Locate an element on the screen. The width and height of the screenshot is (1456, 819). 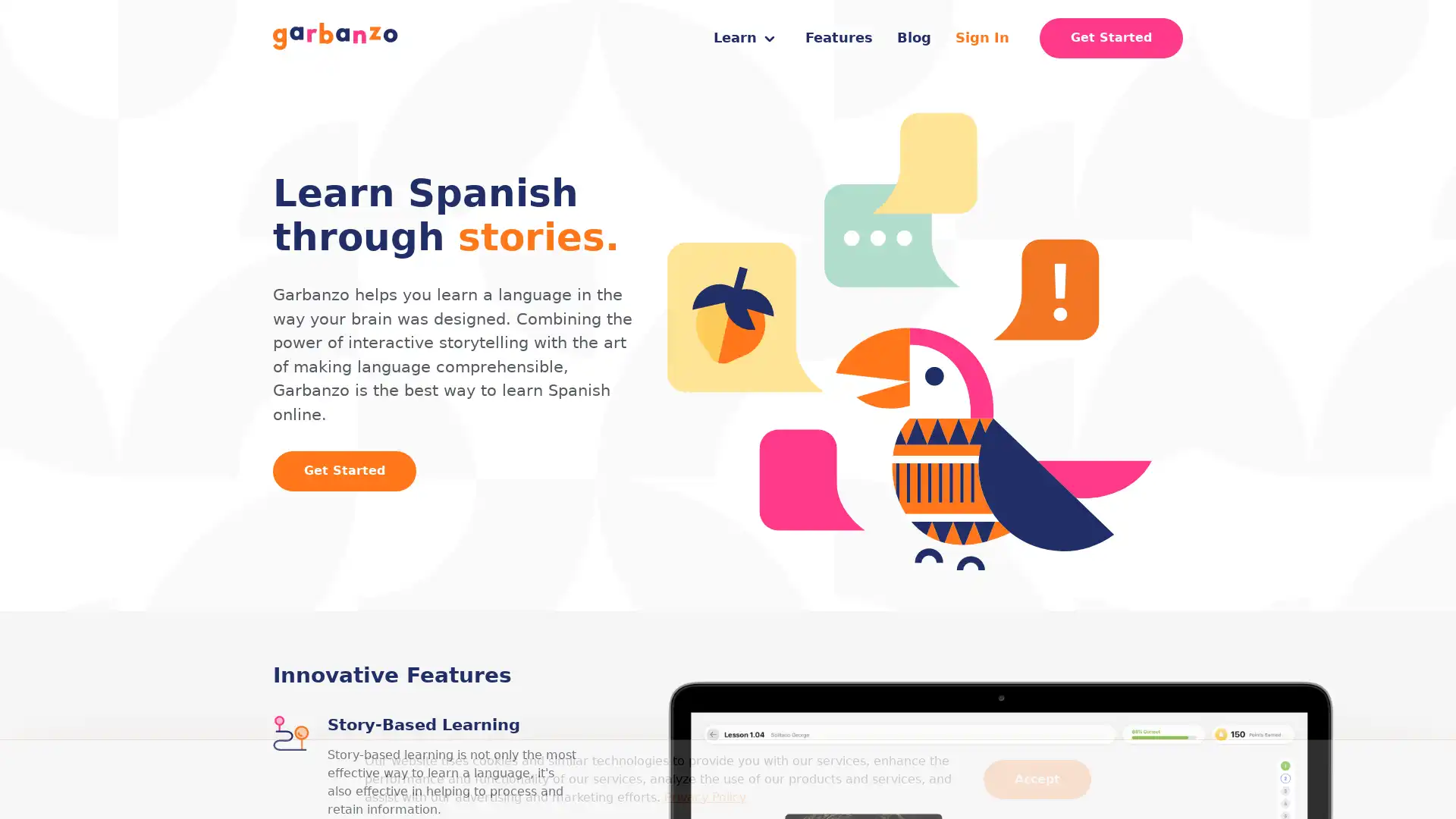
Learn is located at coordinates (744, 37).